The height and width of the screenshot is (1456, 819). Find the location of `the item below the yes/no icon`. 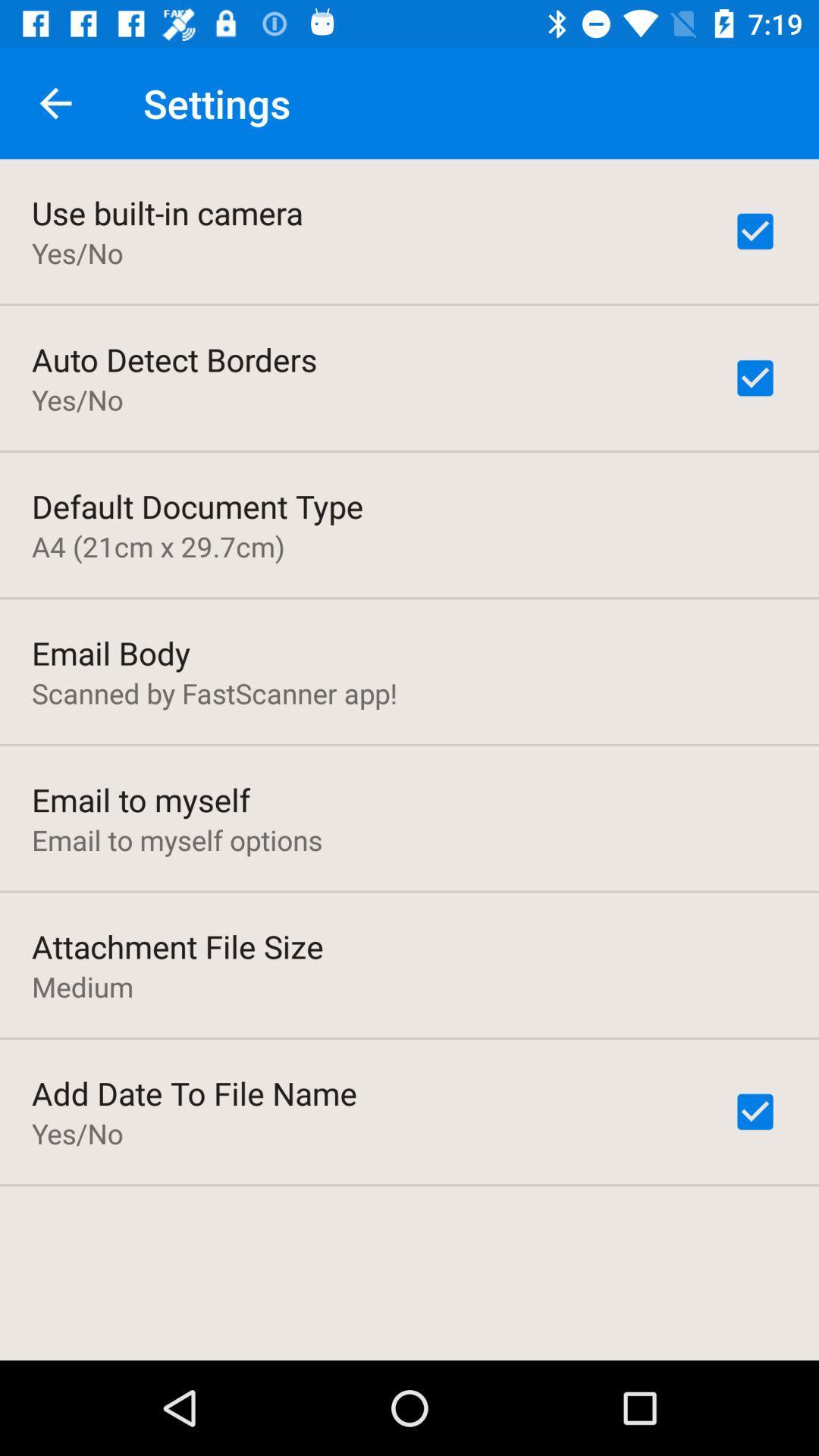

the item below the yes/no icon is located at coordinates (174, 359).